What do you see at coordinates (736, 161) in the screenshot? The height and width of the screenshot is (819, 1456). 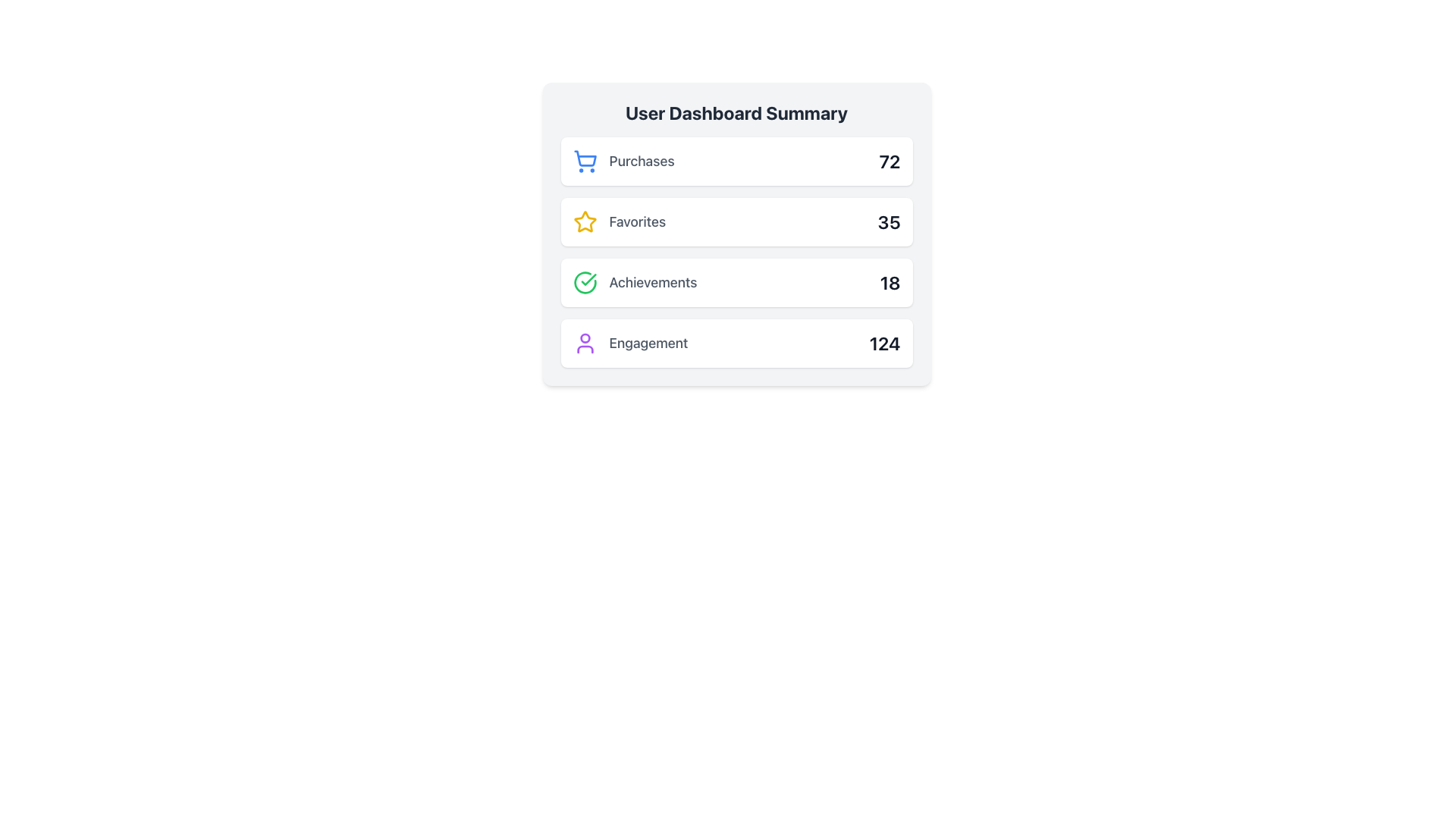 I see `the 'Purchases' summary card at the top of the list` at bounding box center [736, 161].